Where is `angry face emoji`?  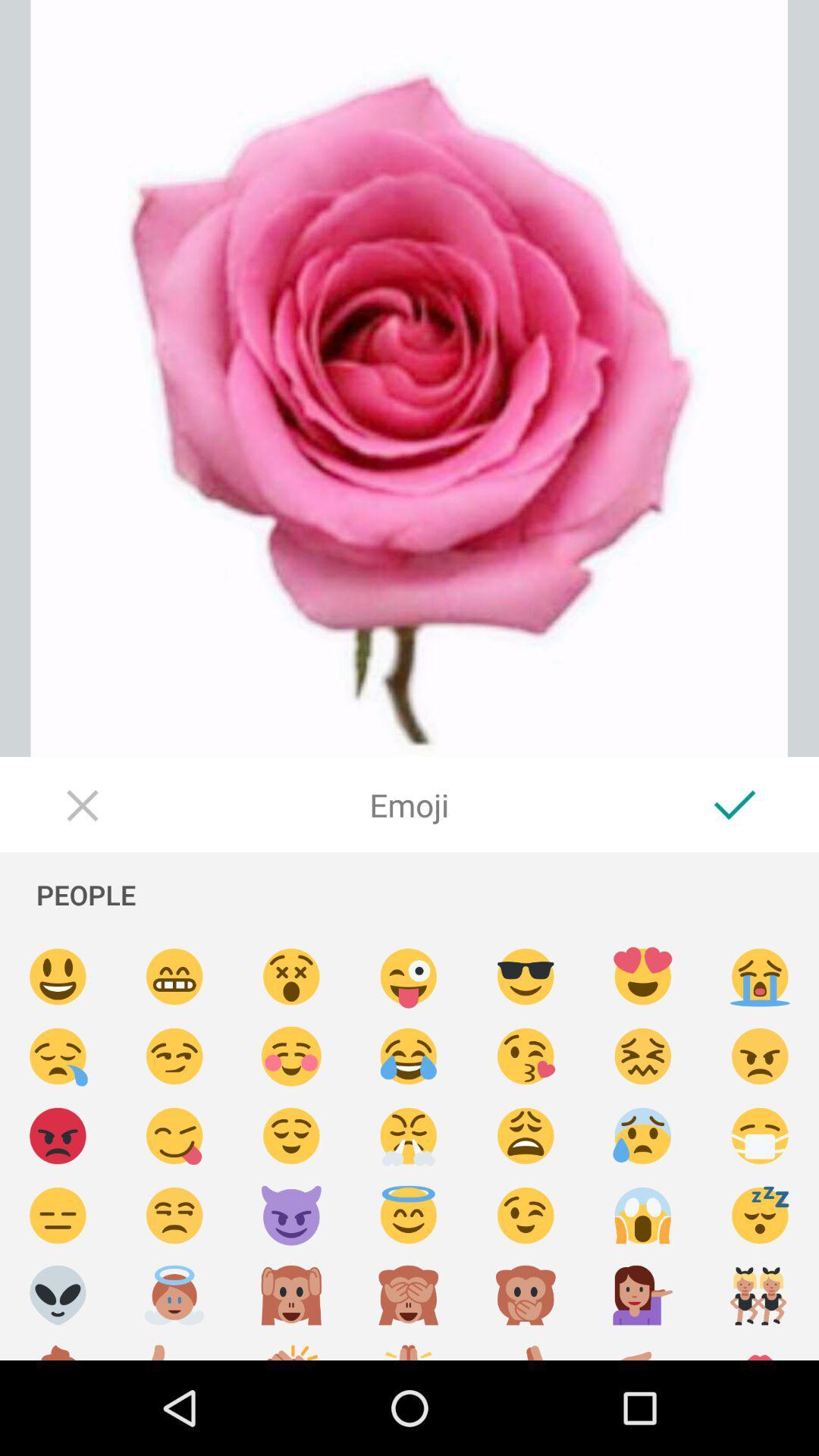
angry face emoji is located at coordinates (57, 1136).